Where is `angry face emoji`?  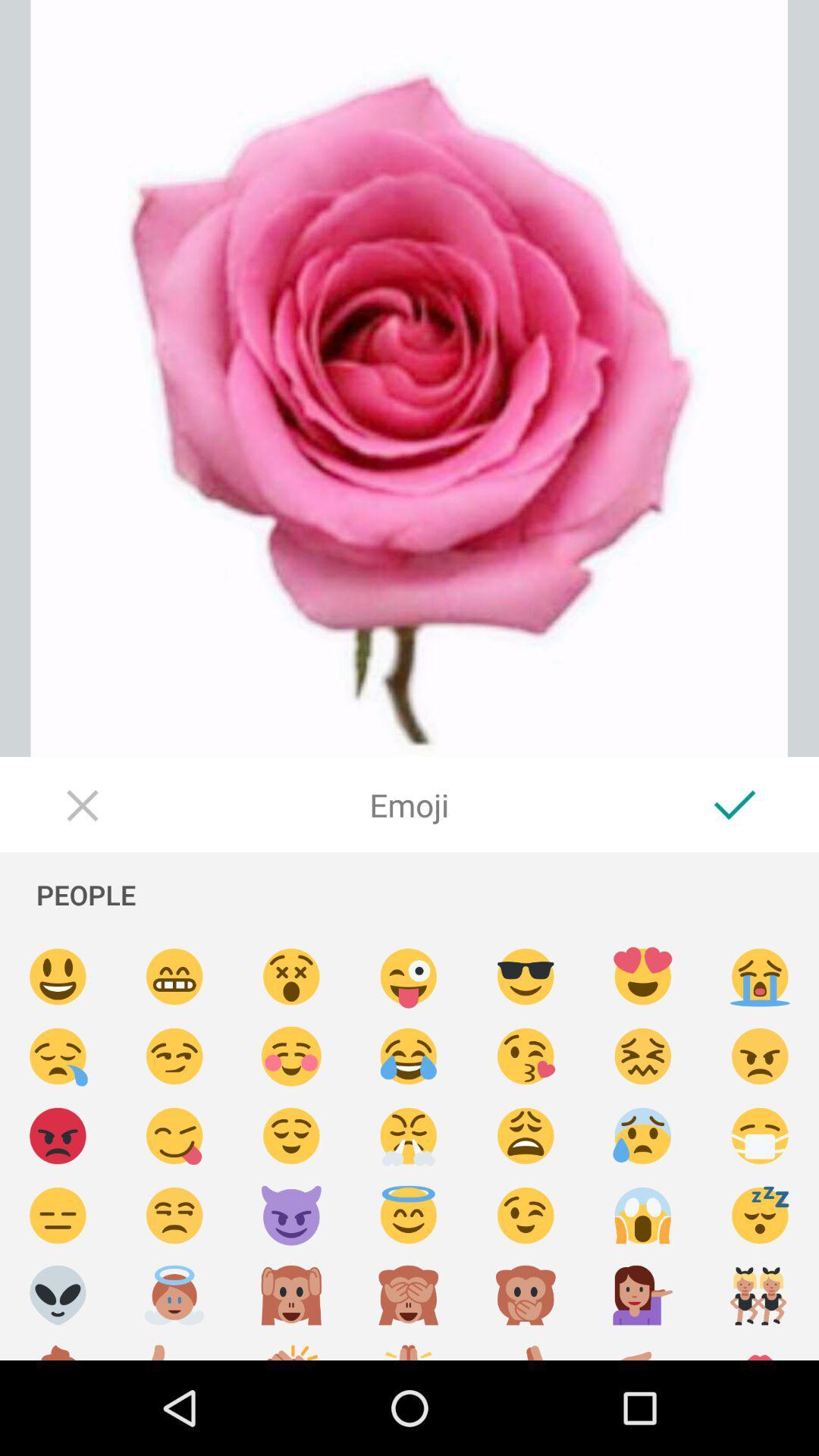
angry face emoji is located at coordinates (57, 1136).